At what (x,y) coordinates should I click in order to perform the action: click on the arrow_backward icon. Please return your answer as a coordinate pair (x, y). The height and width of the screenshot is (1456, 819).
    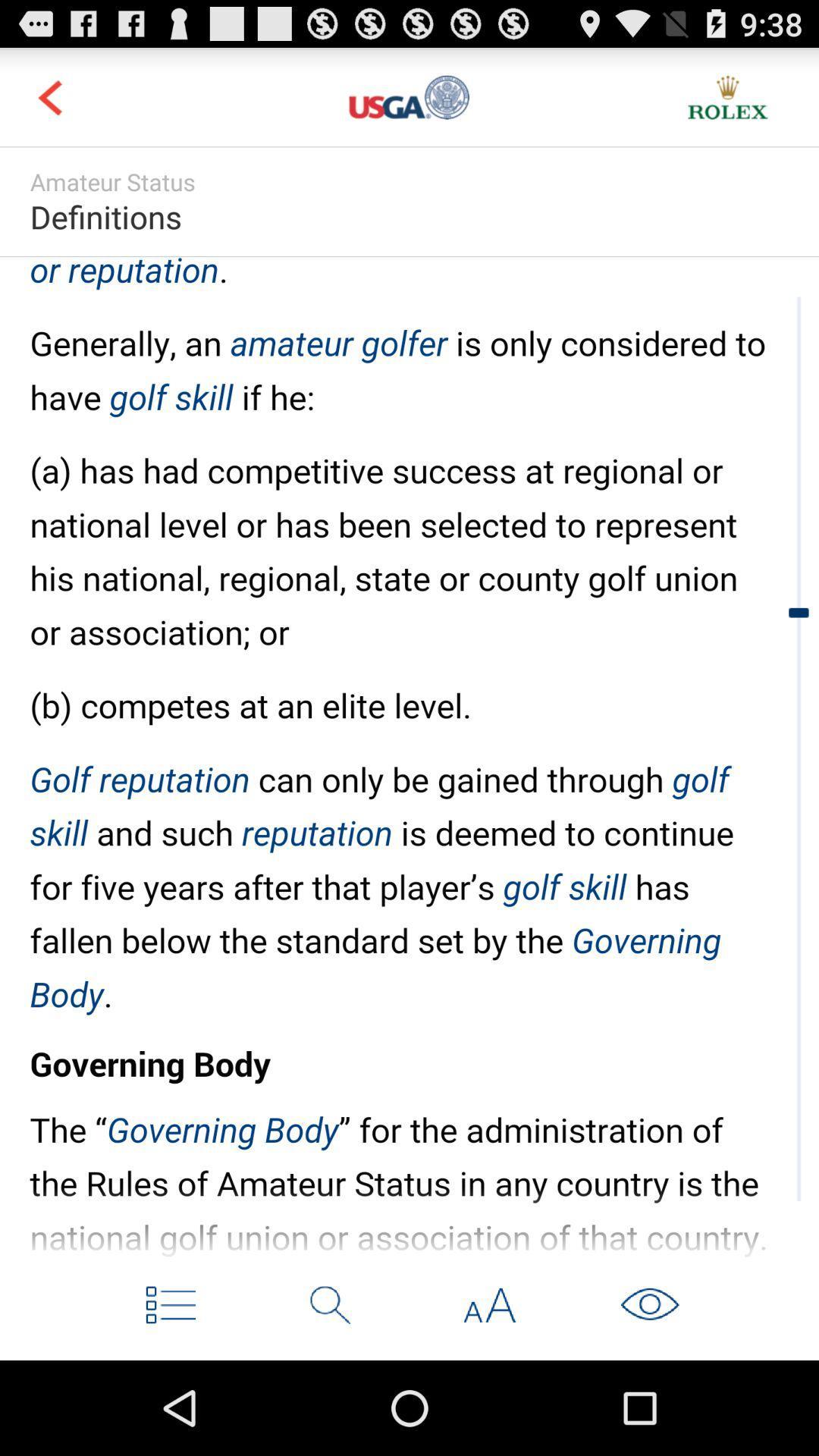
    Looking at the image, I should click on (49, 103).